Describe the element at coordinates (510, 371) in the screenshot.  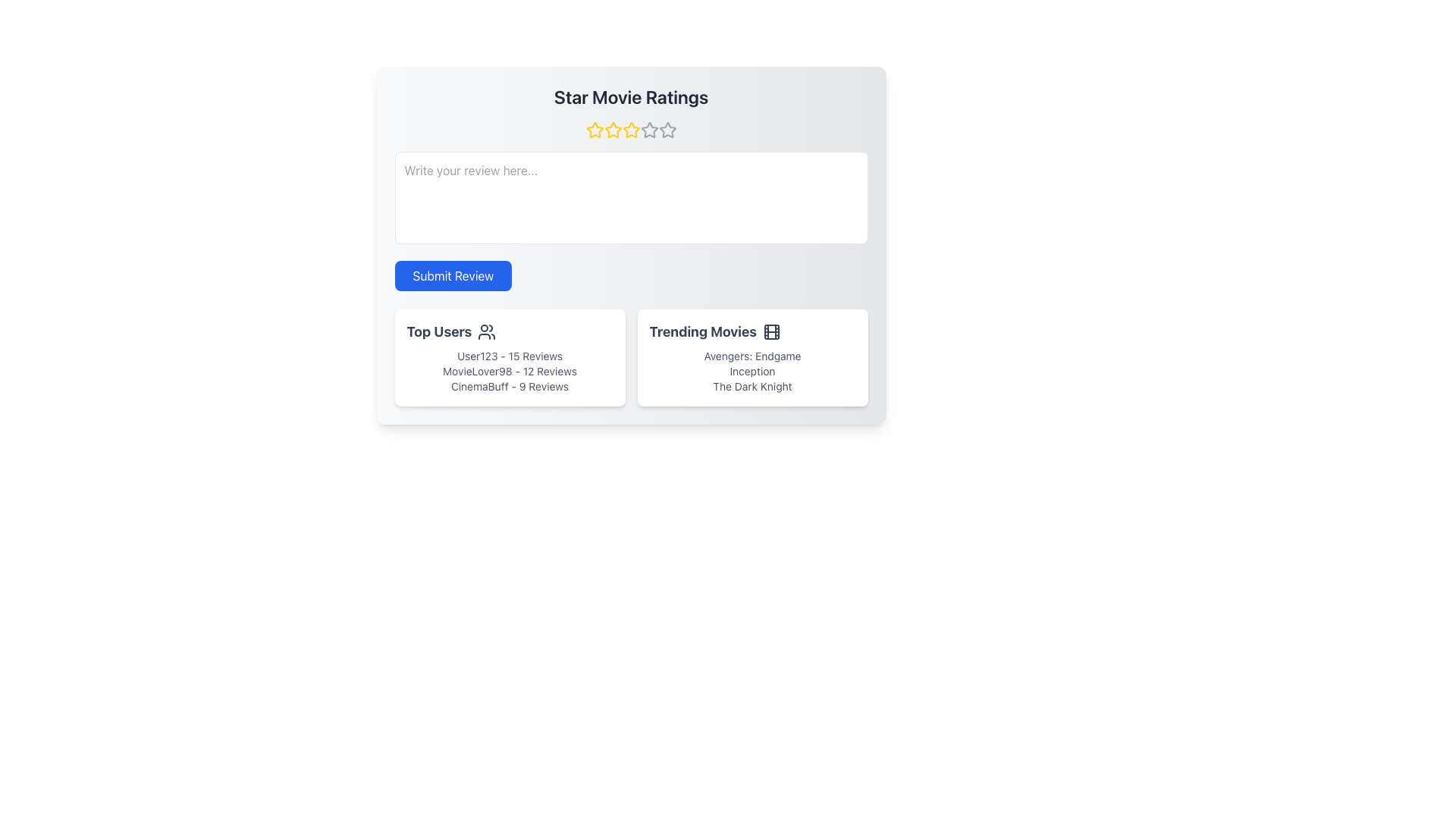
I see `text label displaying the username 'MovieLover98' with 12 reviews, which is the second item in the vertical list of user reviews in the 'Top Users' section` at that location.